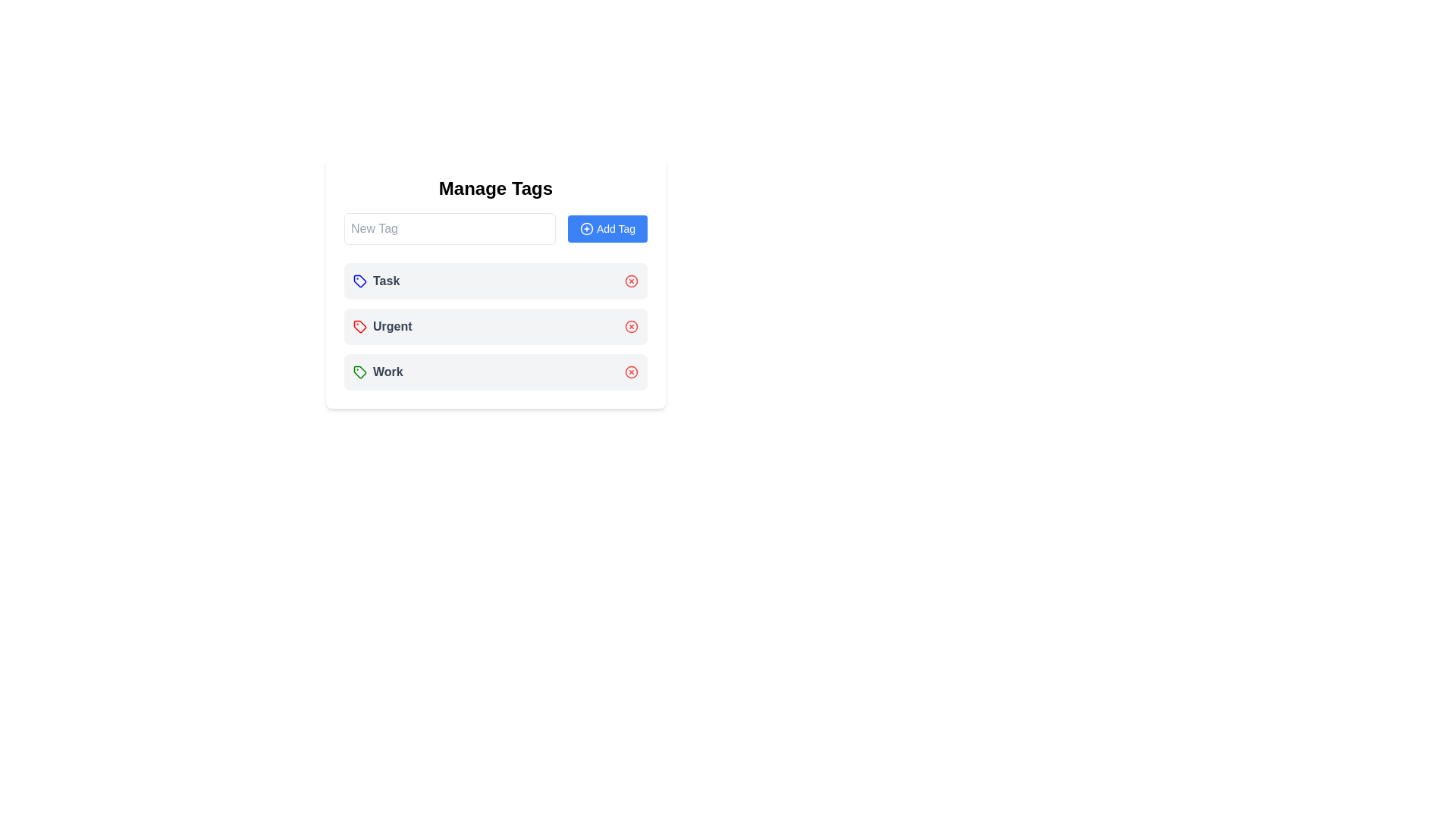 The image size is (1456, 819). I want to click on the text label that reads 'Urgent.' It is styled with a medium font size, bold weight, and gray color, positioned between the tags 'Task' and 'Work' within a vertical list, so click(392, 326).